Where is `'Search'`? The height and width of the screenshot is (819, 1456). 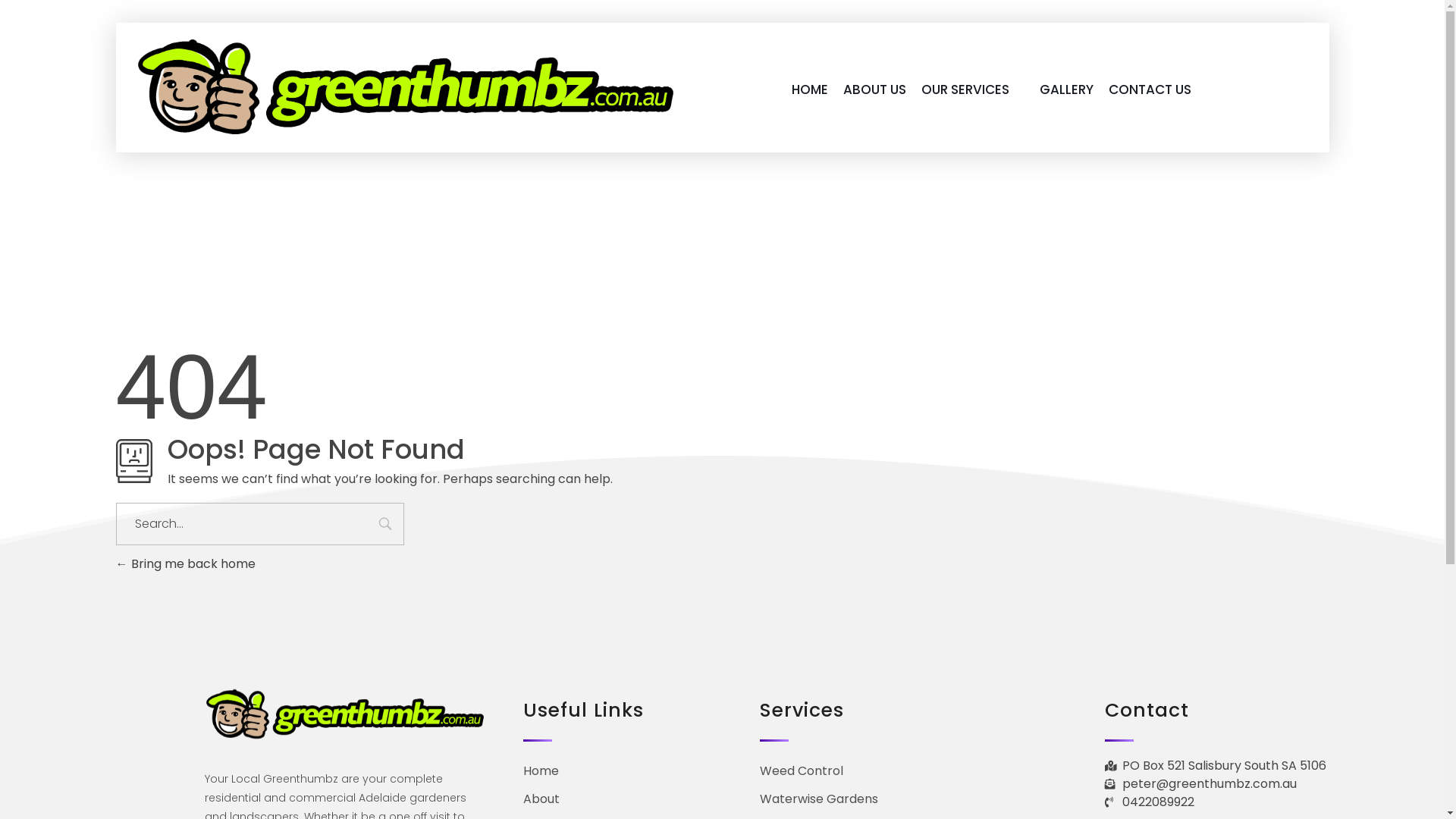
'Search' is located at coordinates (370, 525).